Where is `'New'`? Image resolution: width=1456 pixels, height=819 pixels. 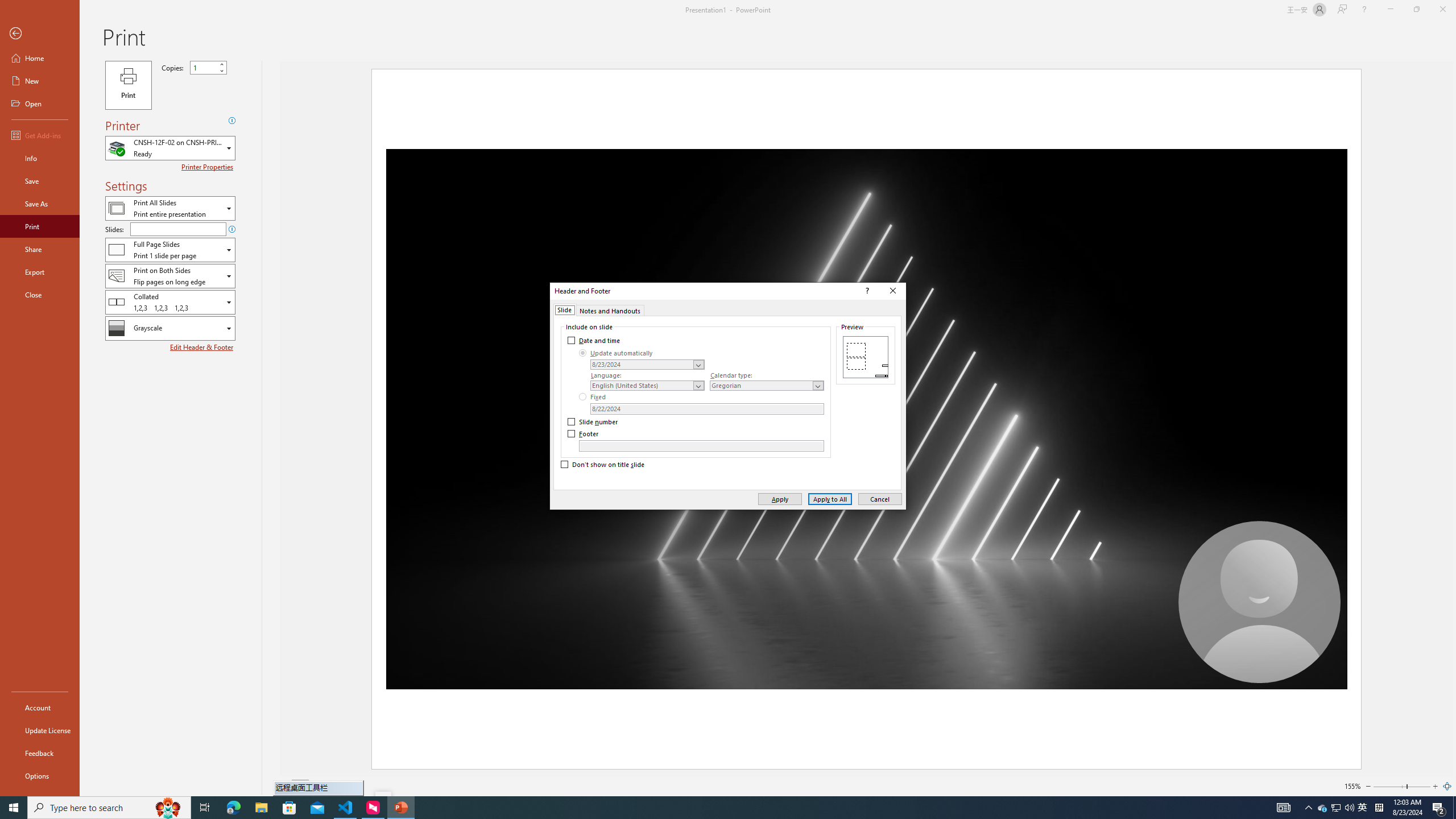 'New' is located at coordinates (39, 80).